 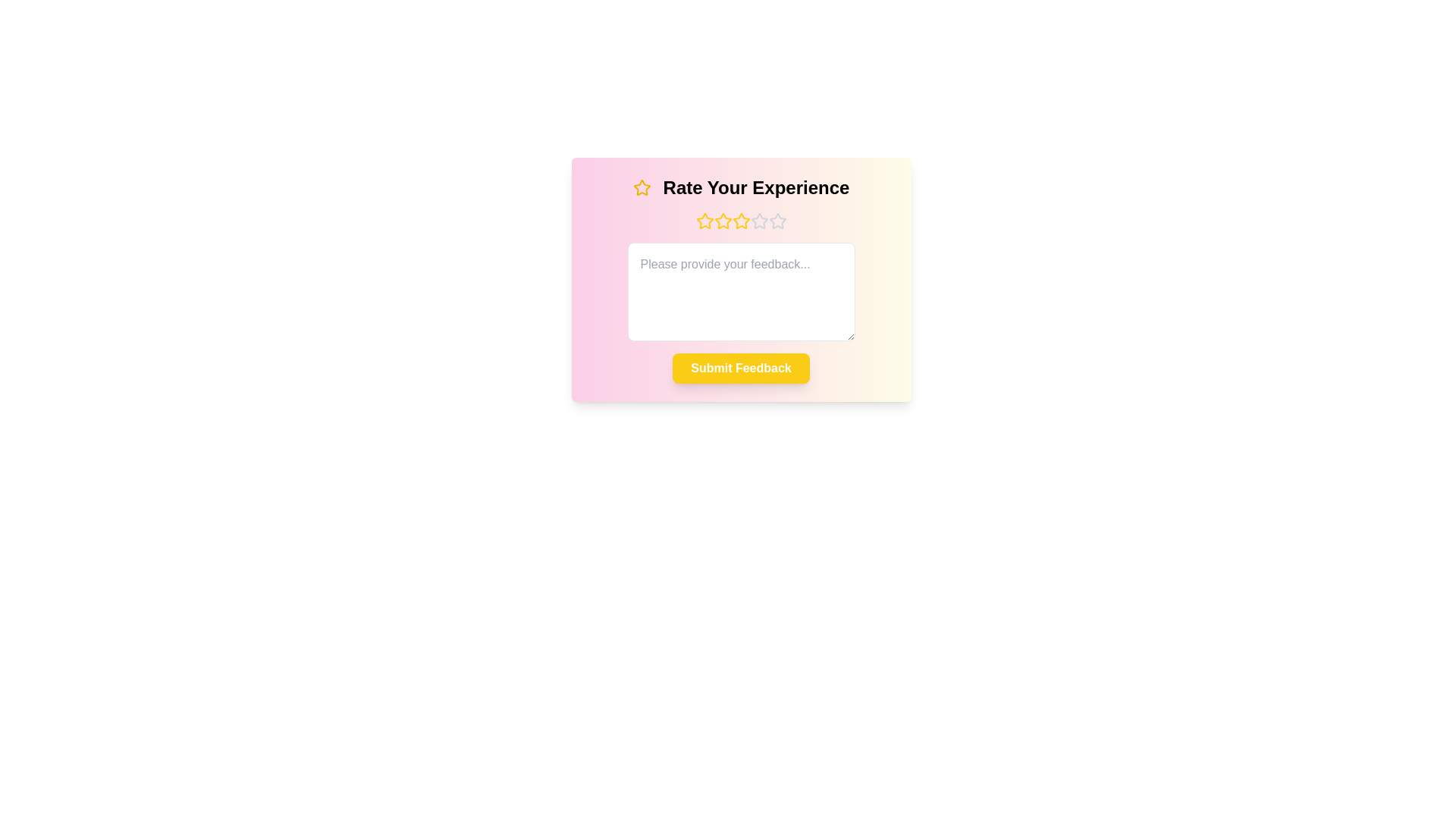 I want to click on the rating to 2 stars by clicking on the corresponding star, so click(x=722, y=221).